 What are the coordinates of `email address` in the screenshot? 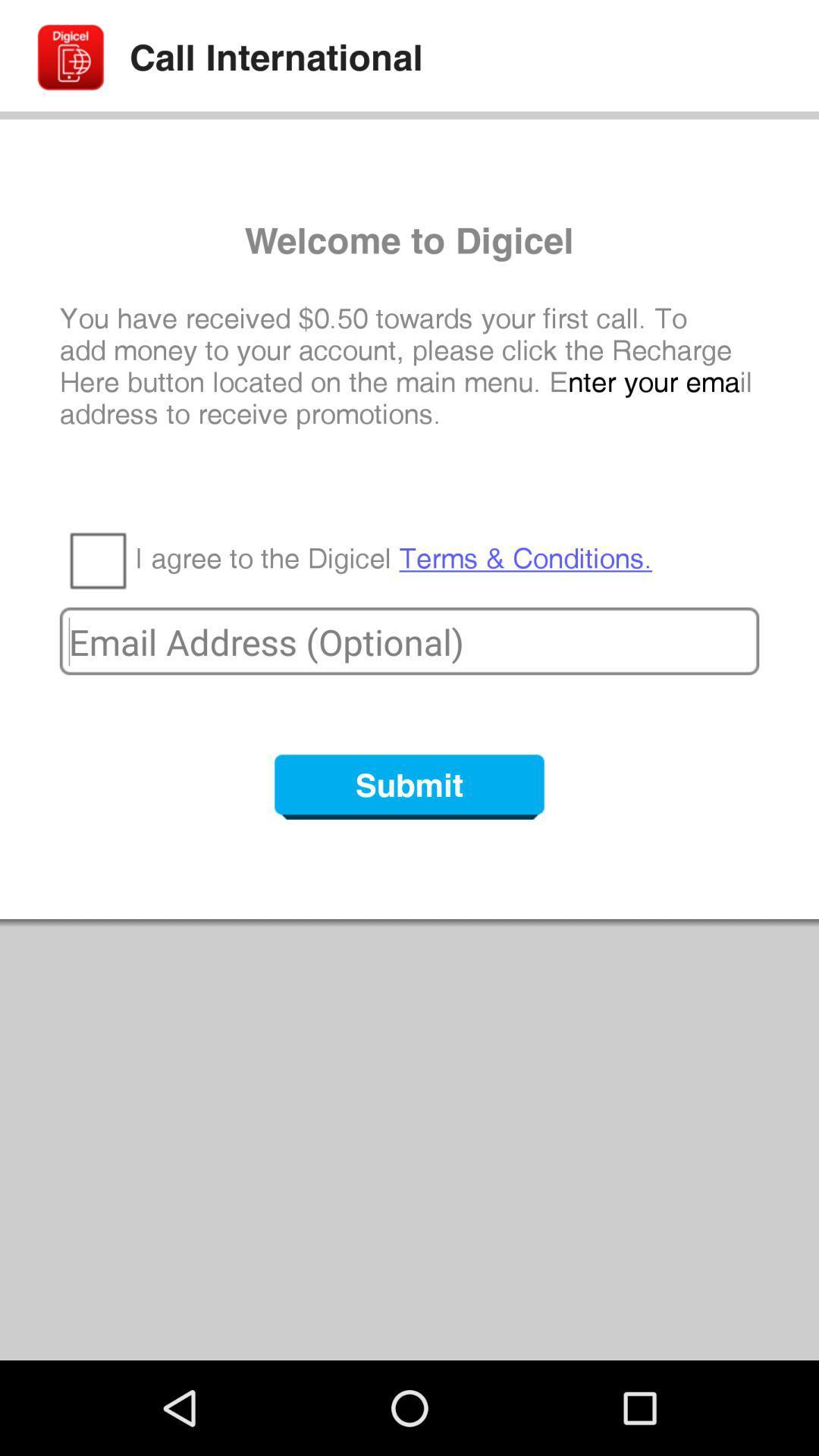 It's located at (409, 641).